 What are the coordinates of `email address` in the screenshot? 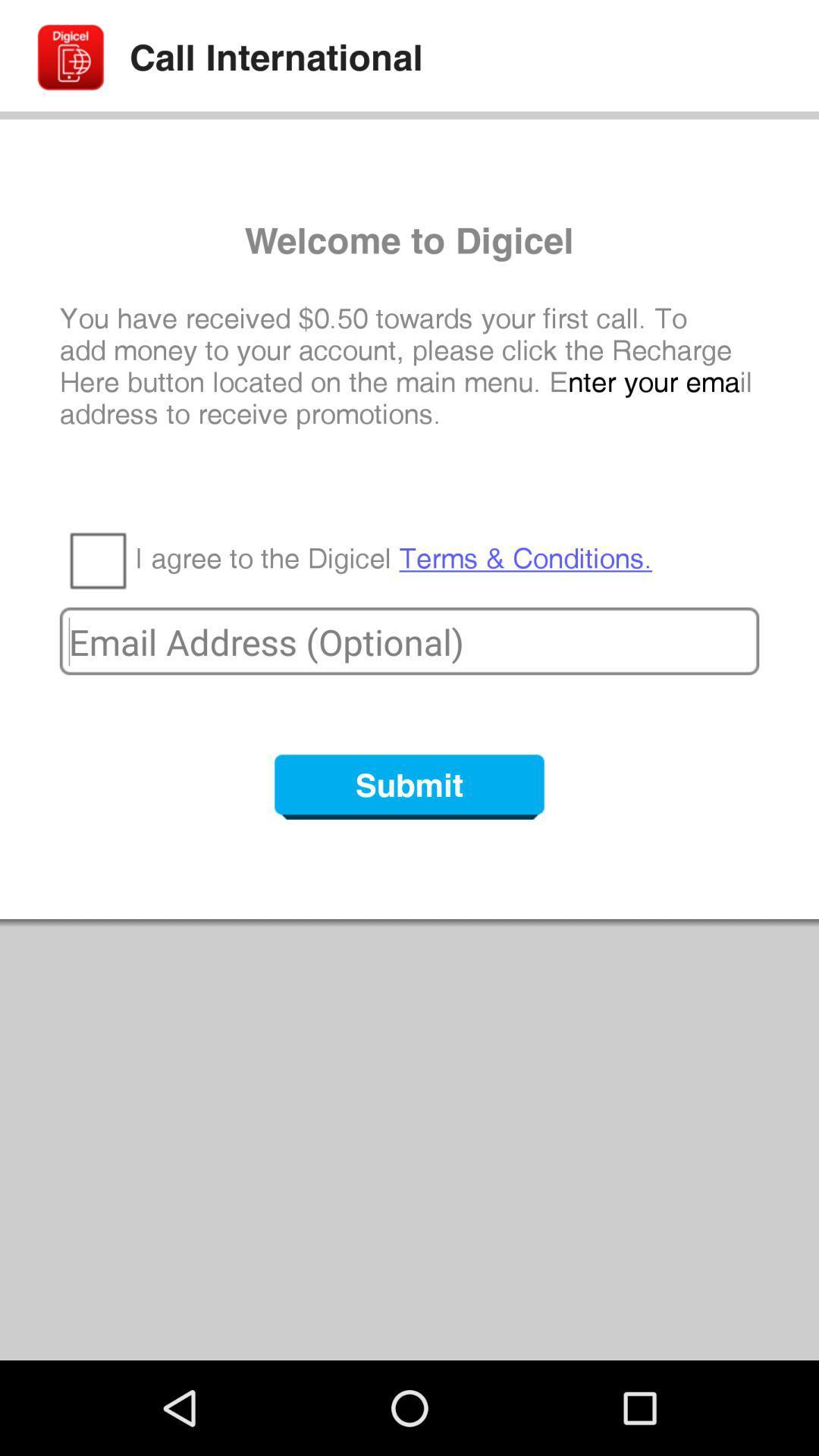 It's located at (409, 641).